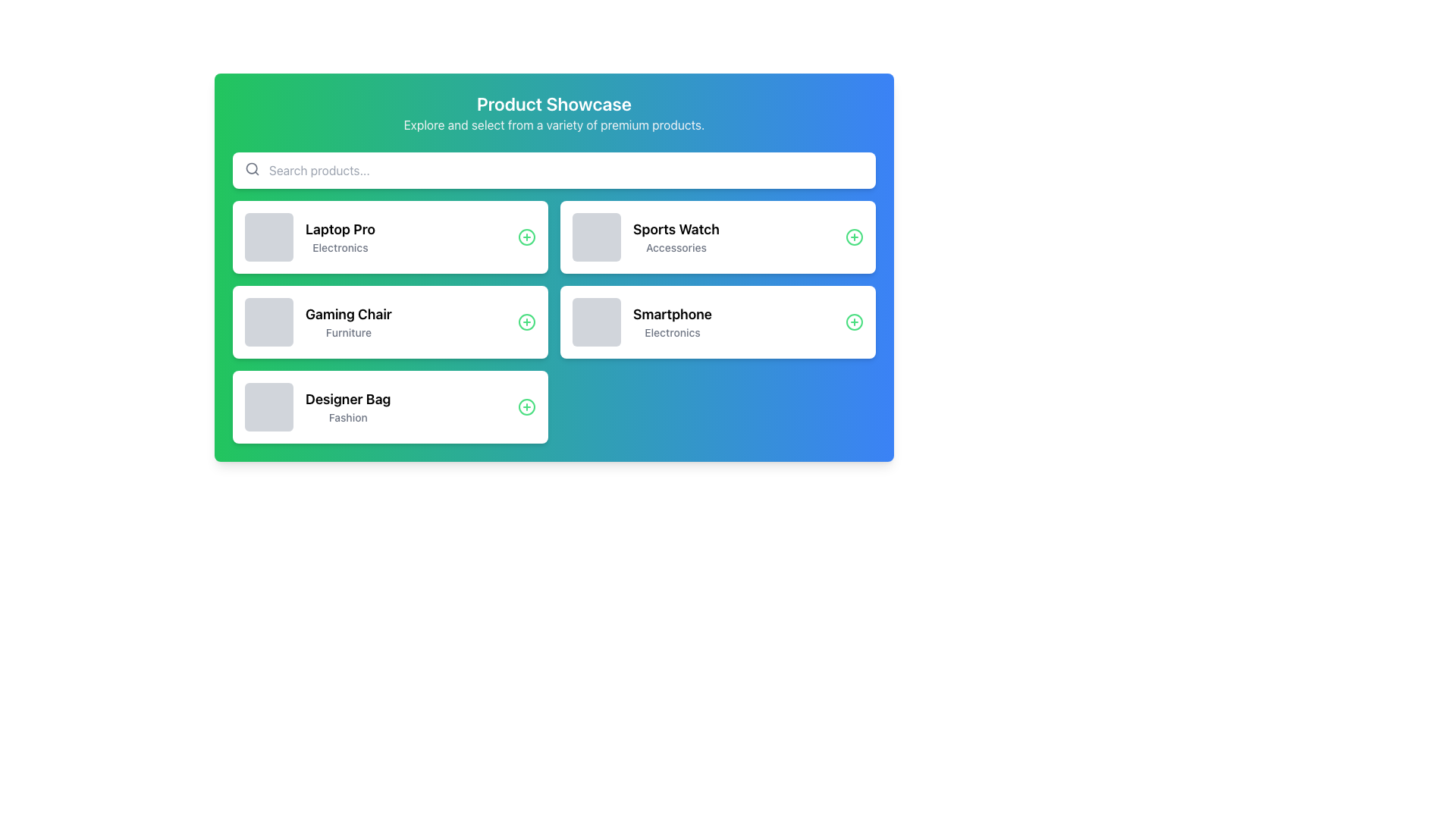 Image resolution: width=1456 pixels, height=819 pixels. Describe the element at coordinates (390, 237) in the screenshot. I see `the '+' button on the Clickable Product Card for 'Laptop Pro' in the Electronics category` at that location.